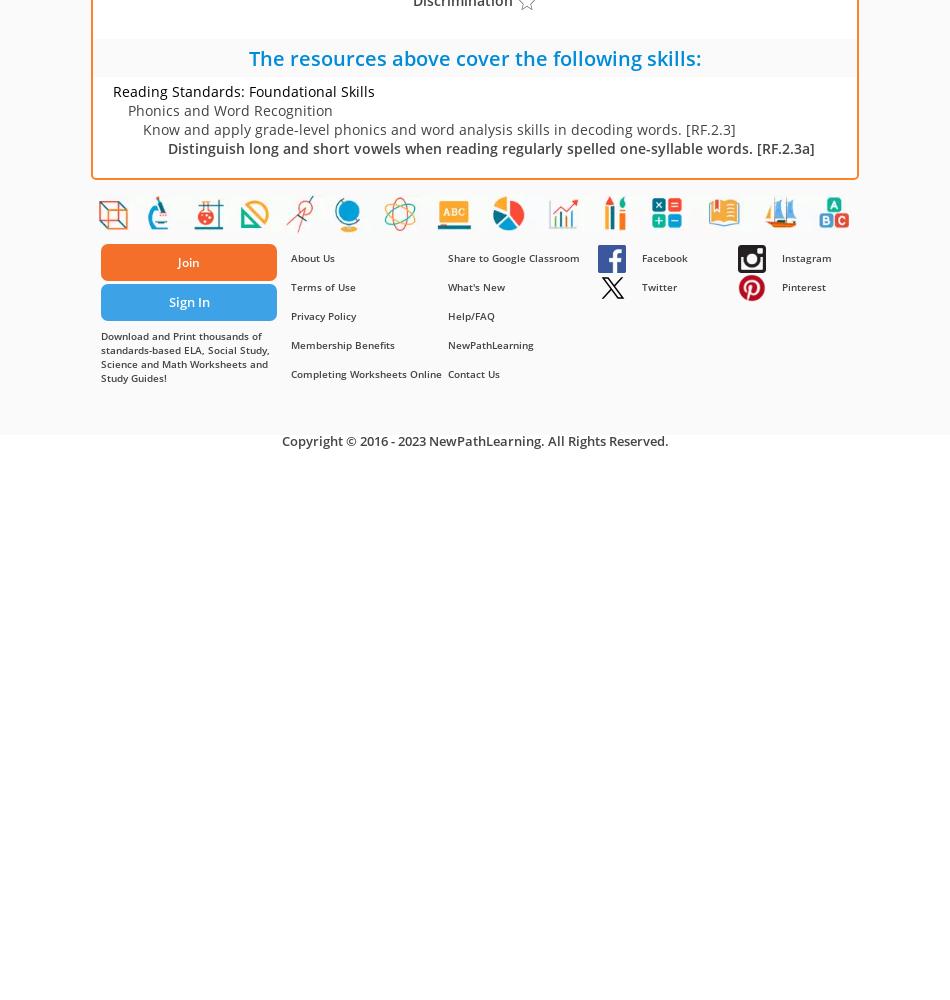 This screenshot has width=950, height=1000. What do you see at coordinates (802, 287) in the screenshot?
I see `'Pinterest'` at bounding box center [802, 287].